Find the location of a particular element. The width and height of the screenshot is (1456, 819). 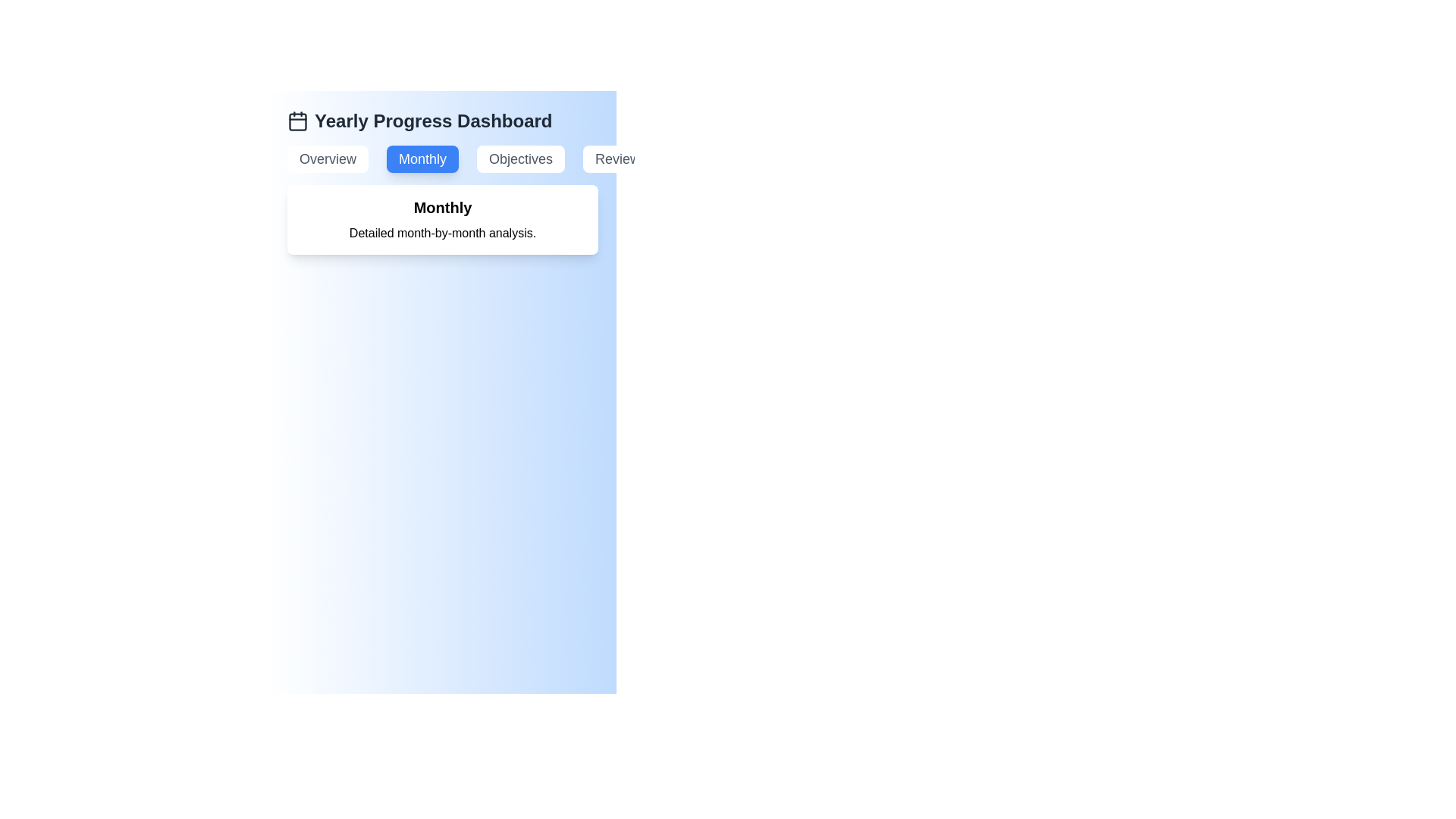

the tab labeled 'Review' to activate it is located at coordinates (617, 158).